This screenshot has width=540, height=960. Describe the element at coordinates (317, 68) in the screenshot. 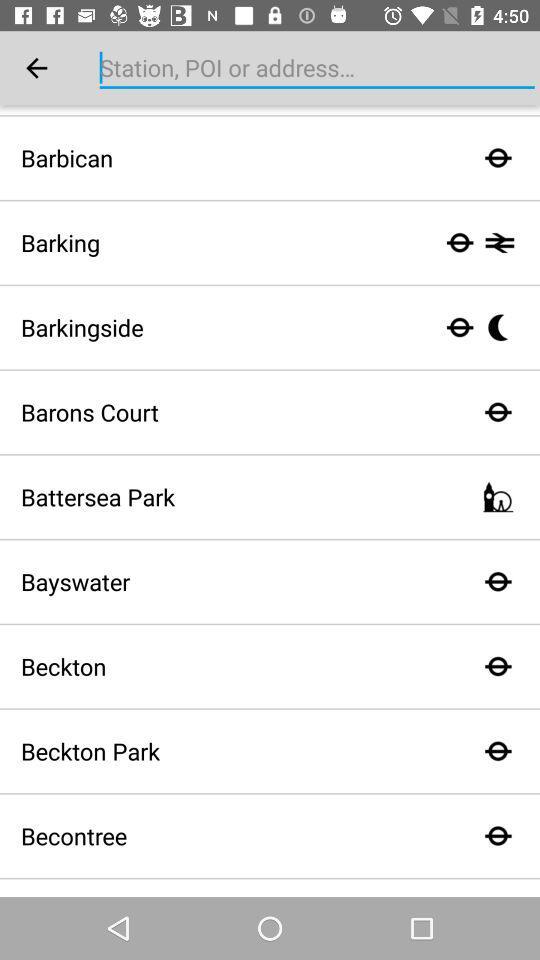

I see `station poi or address` at that location.